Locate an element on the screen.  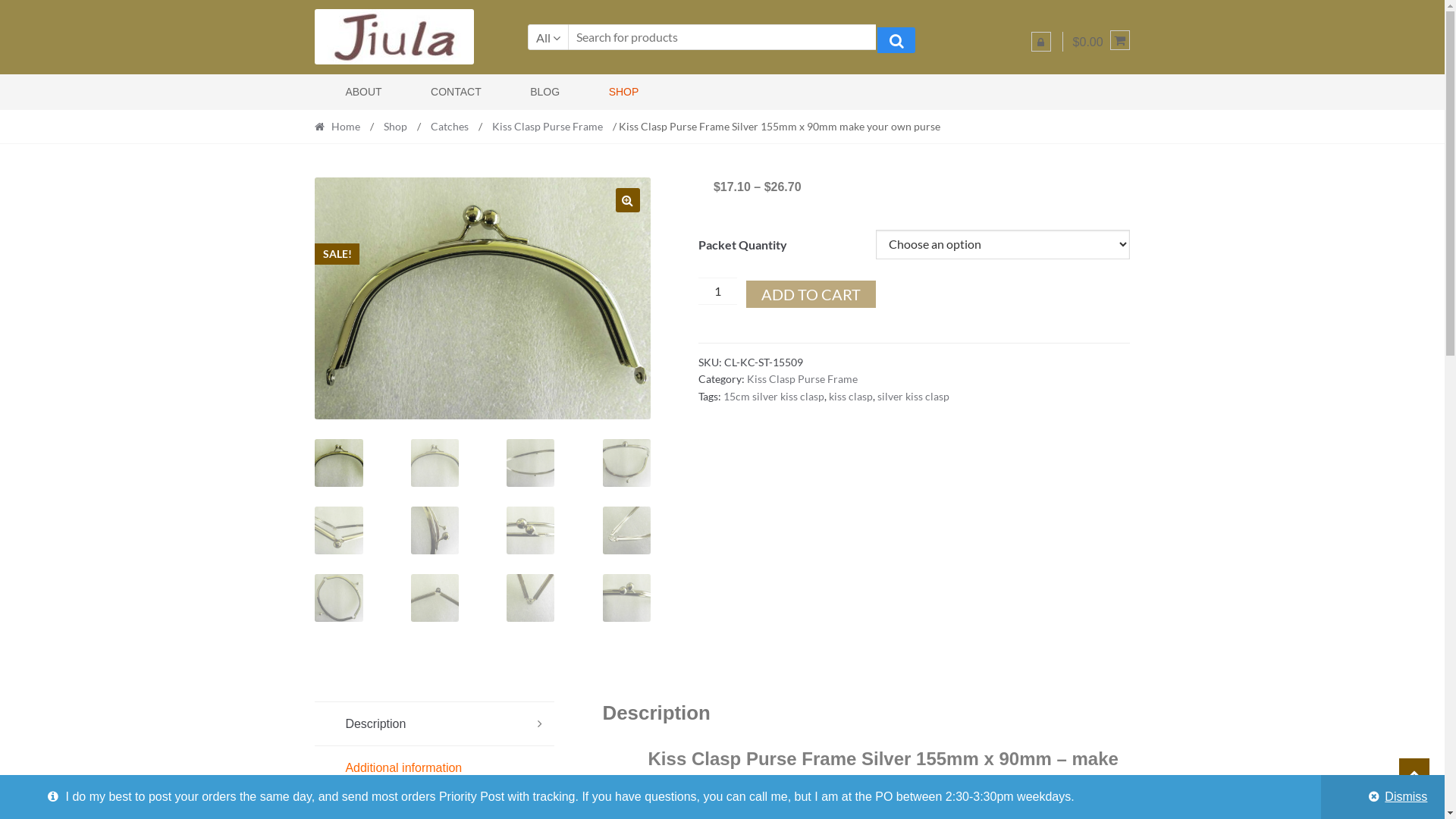
'Catches' is located at coordinates (449, 125).